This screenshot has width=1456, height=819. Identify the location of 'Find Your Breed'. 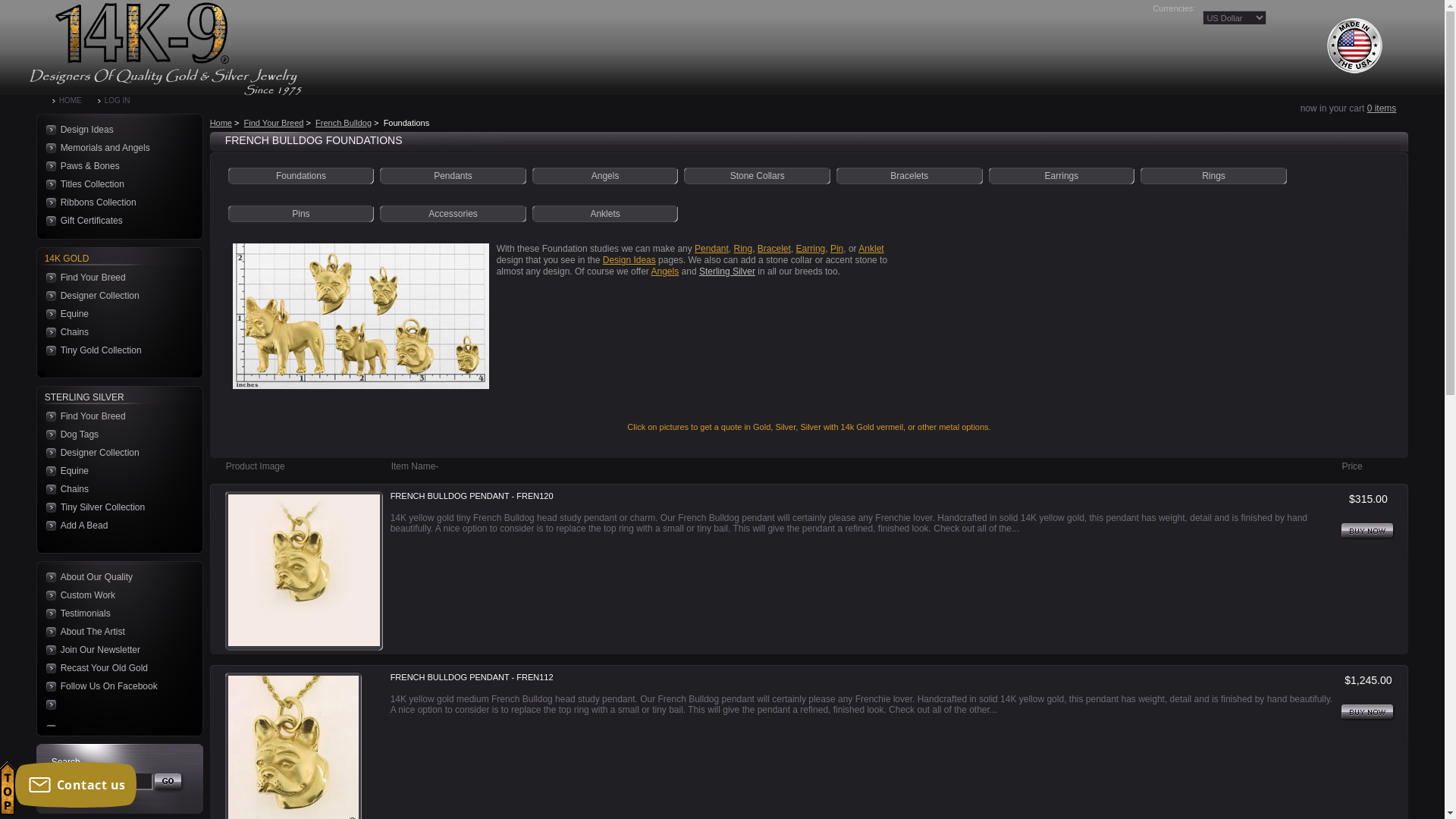
(115, 416).